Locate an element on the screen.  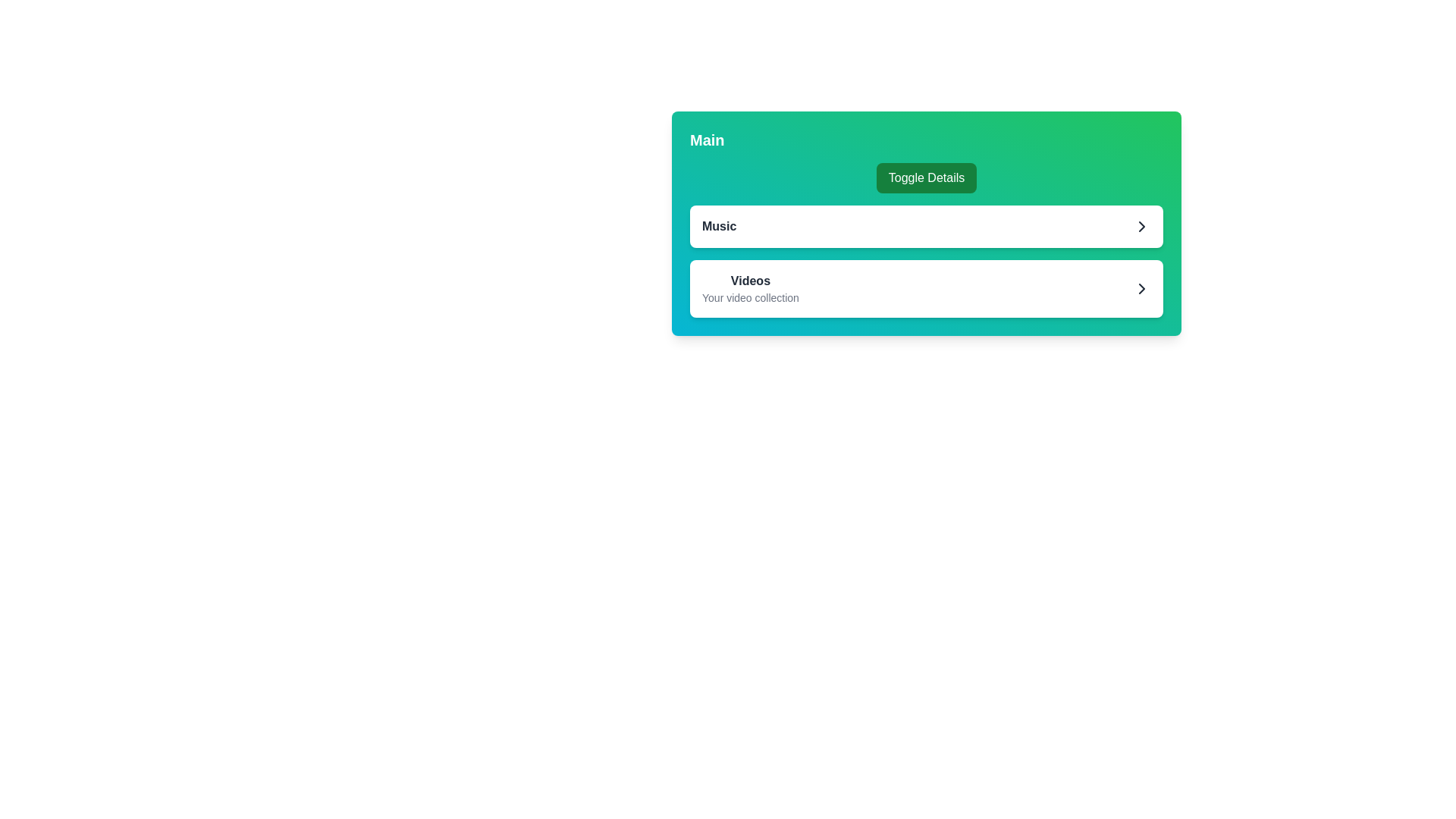
the button located below the 'Toggle Details' green button and above the 'Videos' entry is located at coordinates (926, 223).